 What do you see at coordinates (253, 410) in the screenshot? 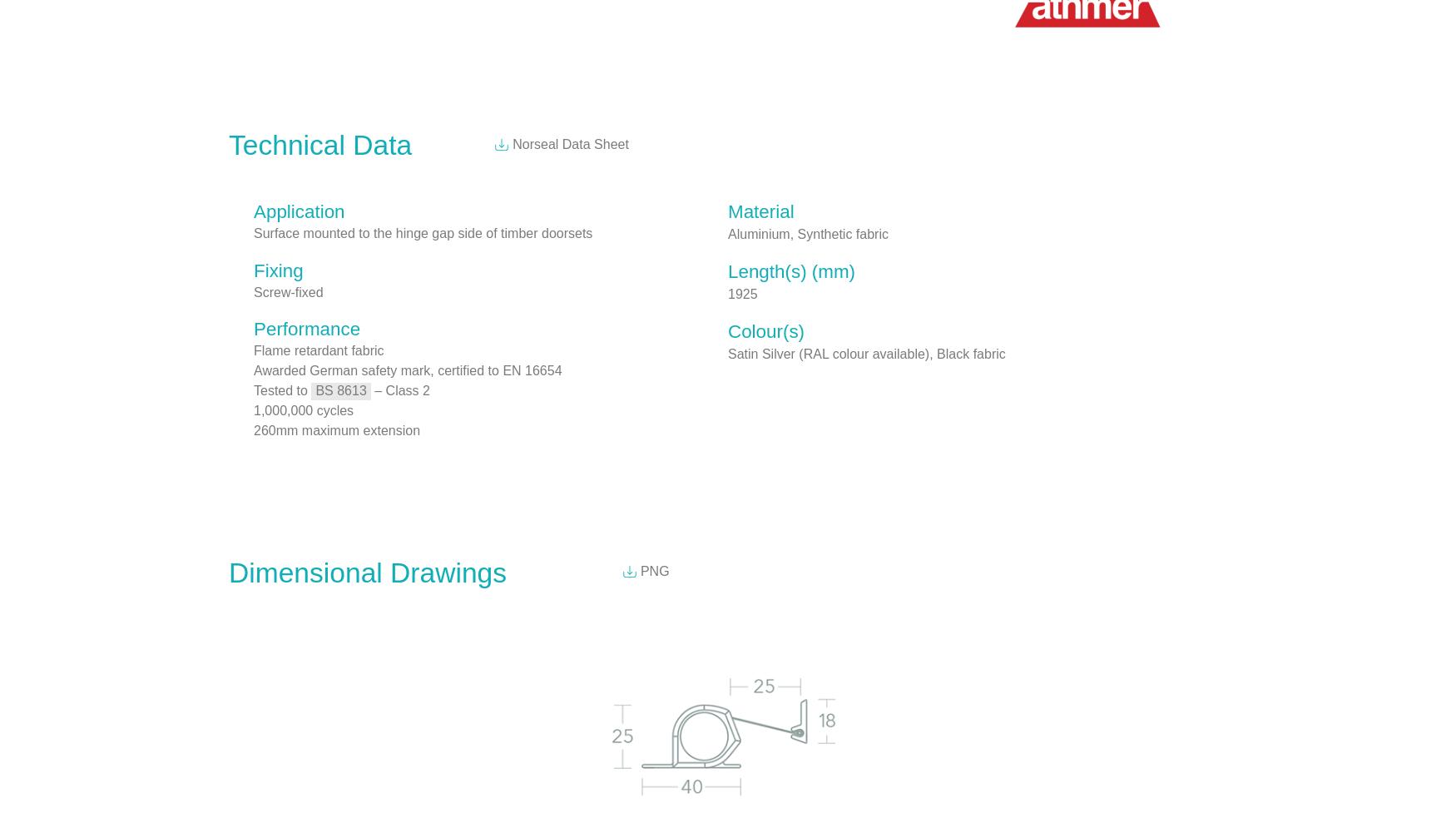
I see `'1,000,000 cycles'` at bounding box center [253, 410].